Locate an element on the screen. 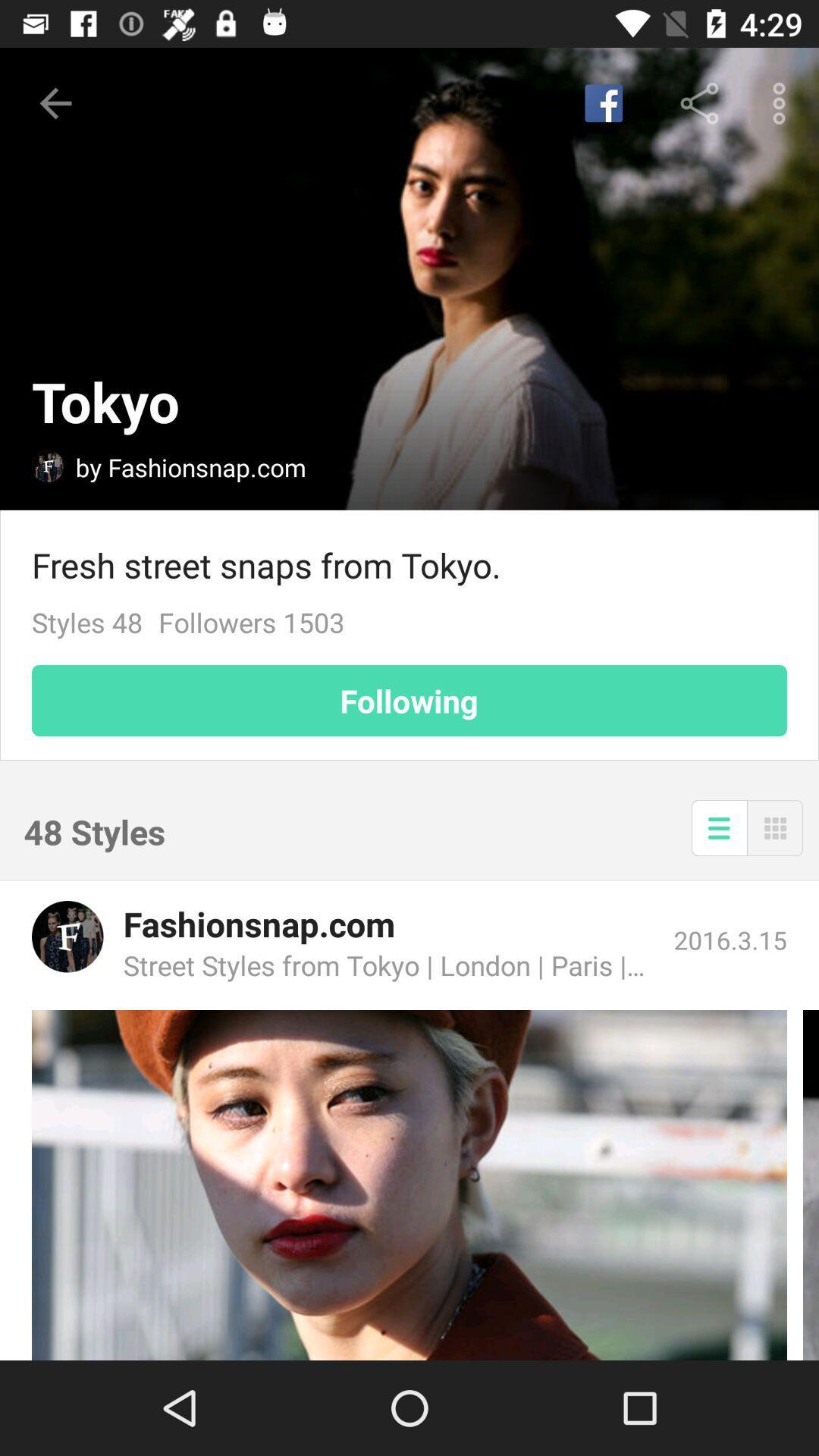 The image size is (819, 1456). the item above tokyo item is located at coordinates (55, 102).